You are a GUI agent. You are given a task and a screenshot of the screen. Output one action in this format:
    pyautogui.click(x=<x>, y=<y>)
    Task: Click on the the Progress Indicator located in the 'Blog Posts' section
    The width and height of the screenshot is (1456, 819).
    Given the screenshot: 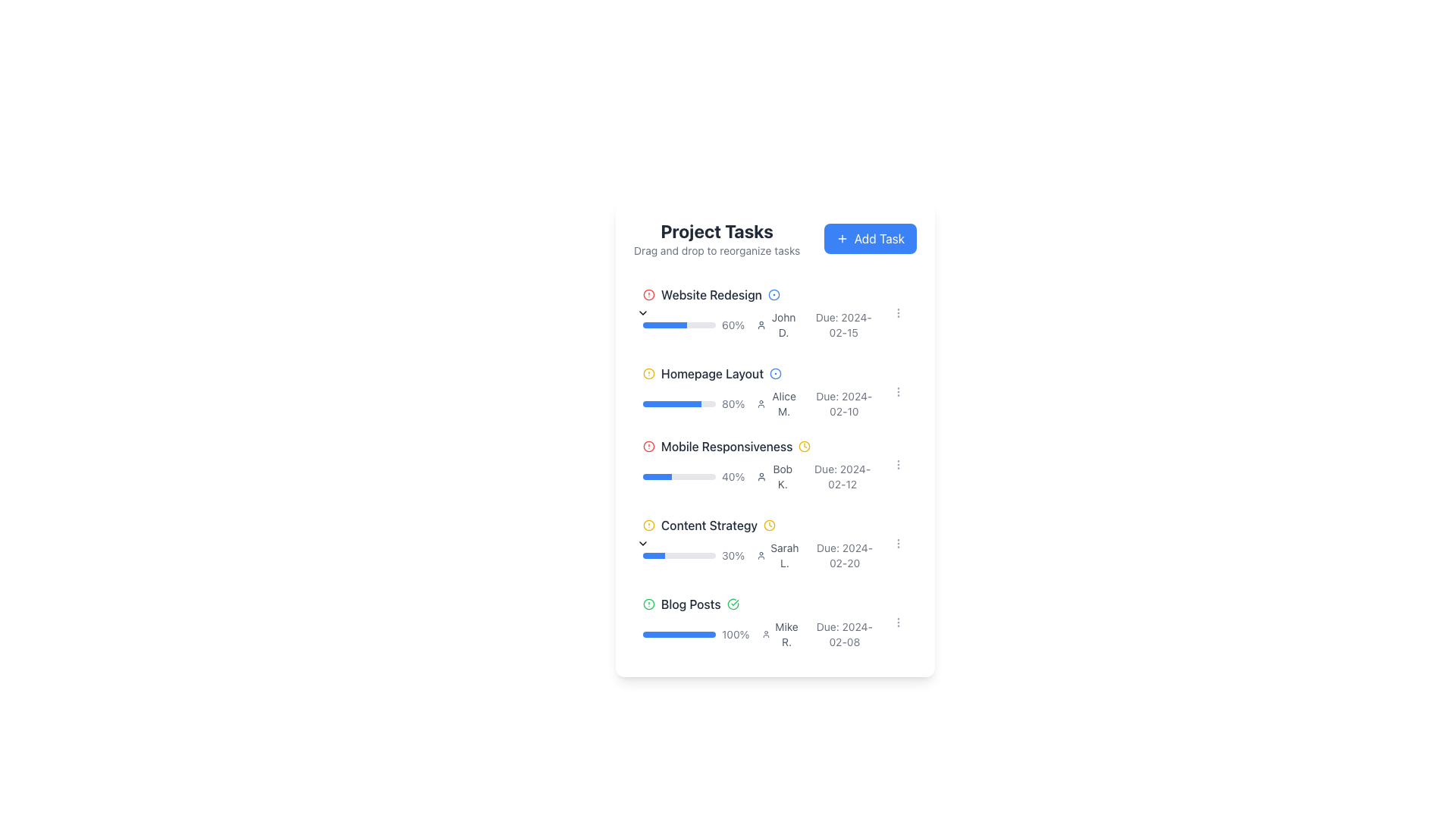 What is the action you would take?
    pyautogui.click(x=695, y=635)
    